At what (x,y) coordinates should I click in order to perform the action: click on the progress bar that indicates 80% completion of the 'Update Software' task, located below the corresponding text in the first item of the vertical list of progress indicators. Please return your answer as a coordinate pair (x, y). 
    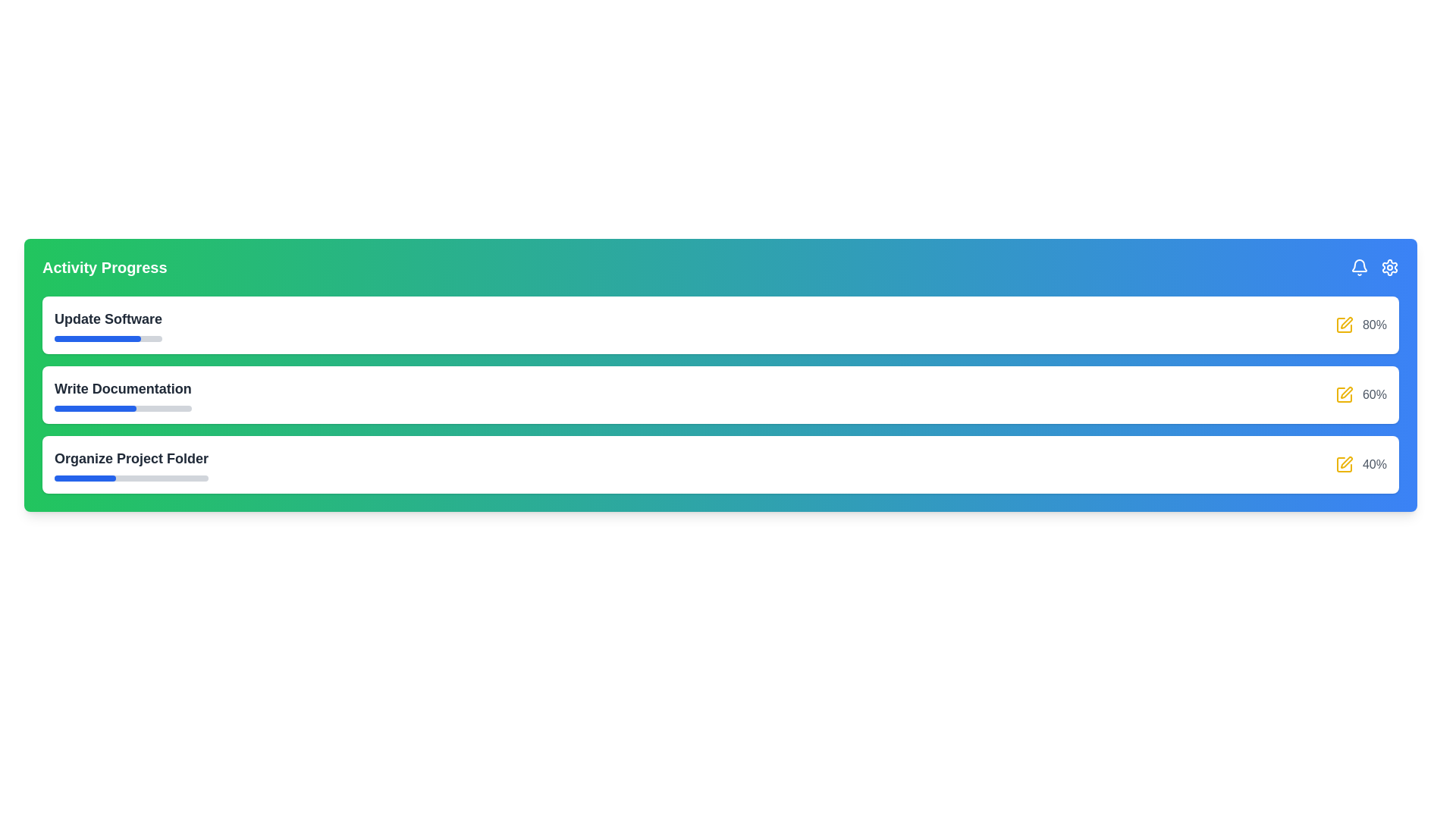
    Looking at the image, I should click on (108, 338).